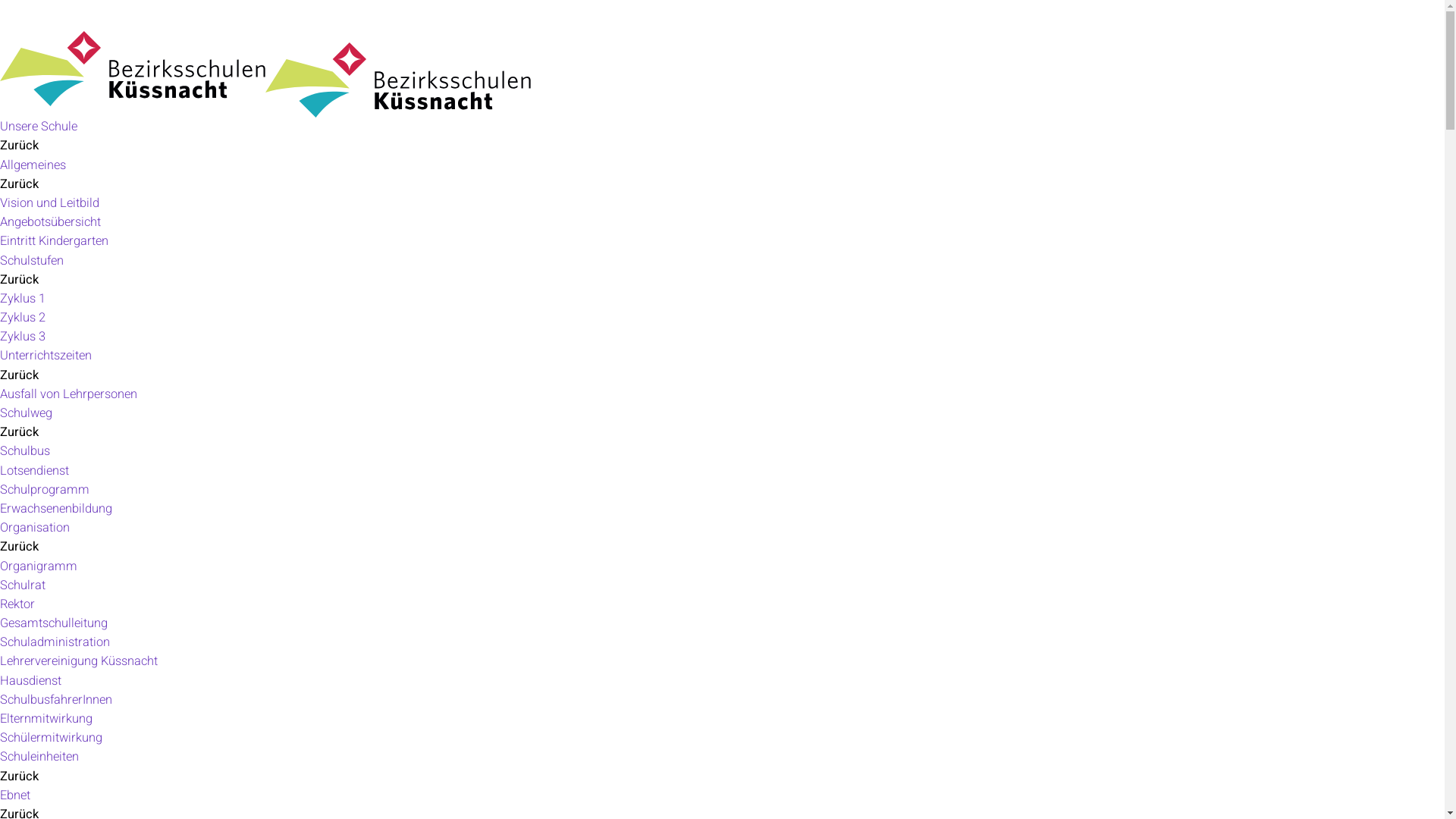 This screenshot has height=819, width=1456. What do you see at coordinates (17, 604) in the screenshot?
I see `'Rektor'` at bounding box center [17, 604].